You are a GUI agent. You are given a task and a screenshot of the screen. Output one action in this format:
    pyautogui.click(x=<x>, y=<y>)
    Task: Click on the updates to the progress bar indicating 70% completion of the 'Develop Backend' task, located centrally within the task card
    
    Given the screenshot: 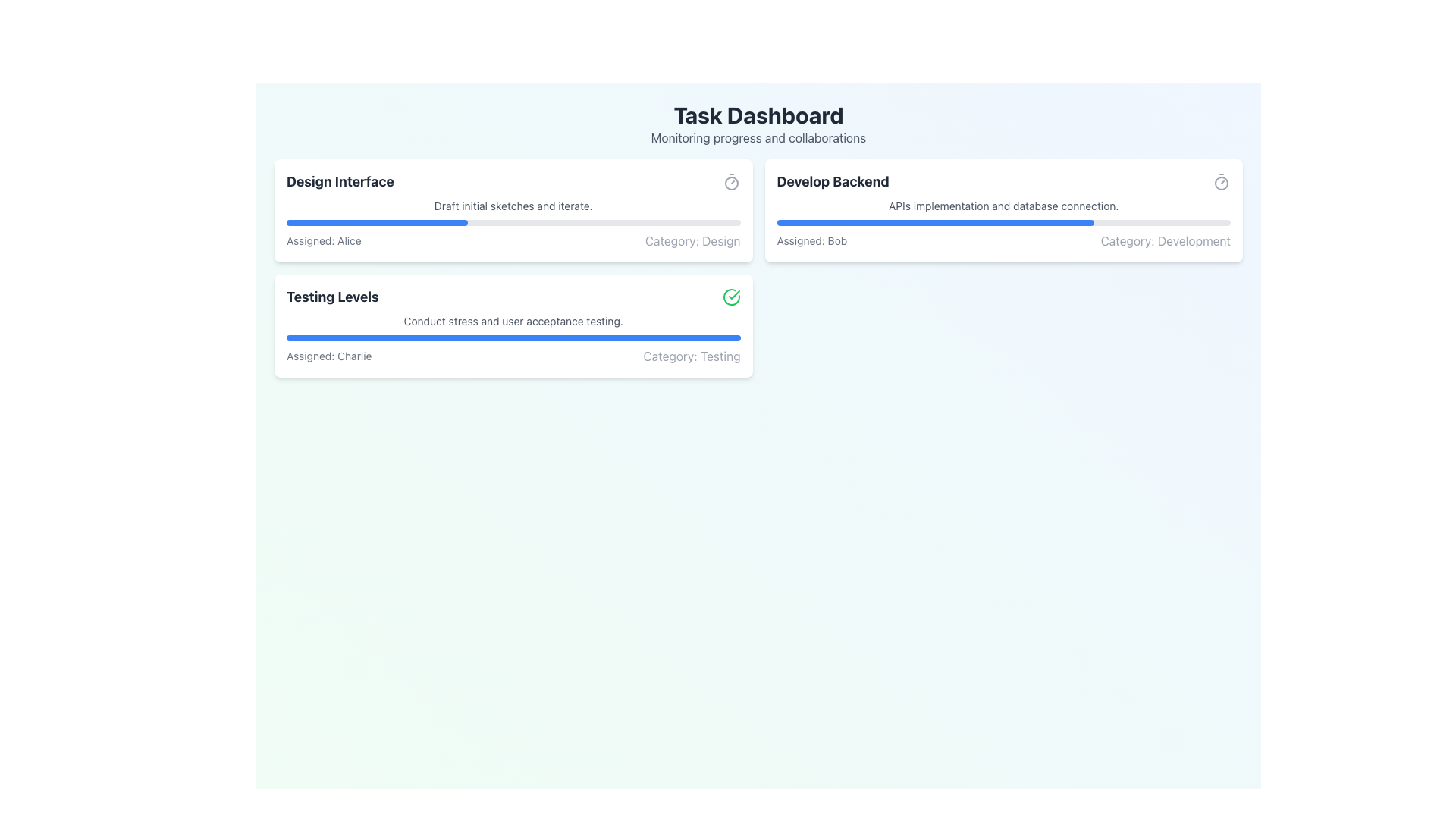 What is the action you would take?
    pyautogui.click(x=1003, y=222)
    